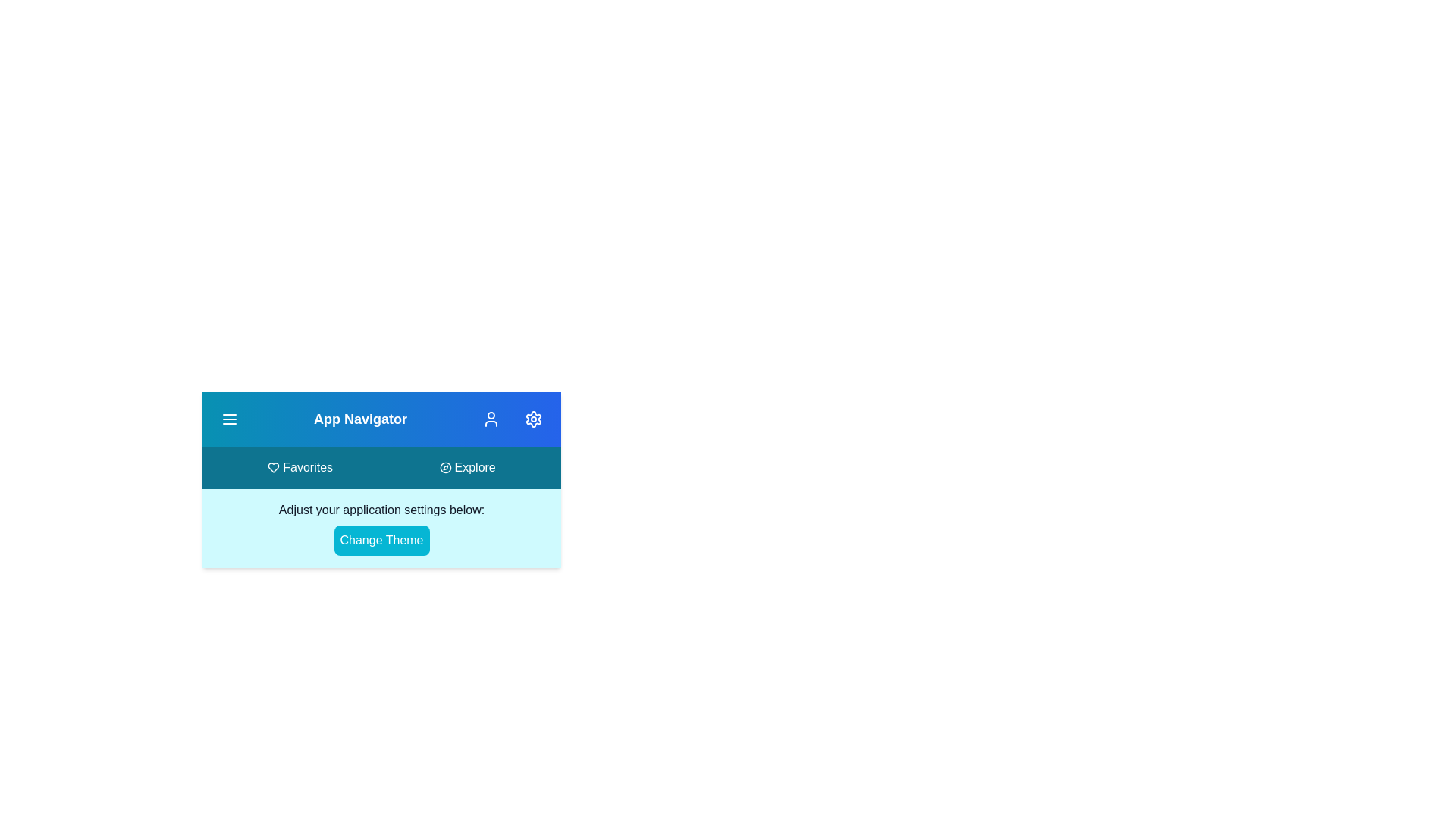 This screenshot has width=1456, height=819. I want to click on the static text that states 'Adjust your application settings below:' which is displayed in black font on a cyan background, positioned above the 'Change Theme' button, so click(381, 510).